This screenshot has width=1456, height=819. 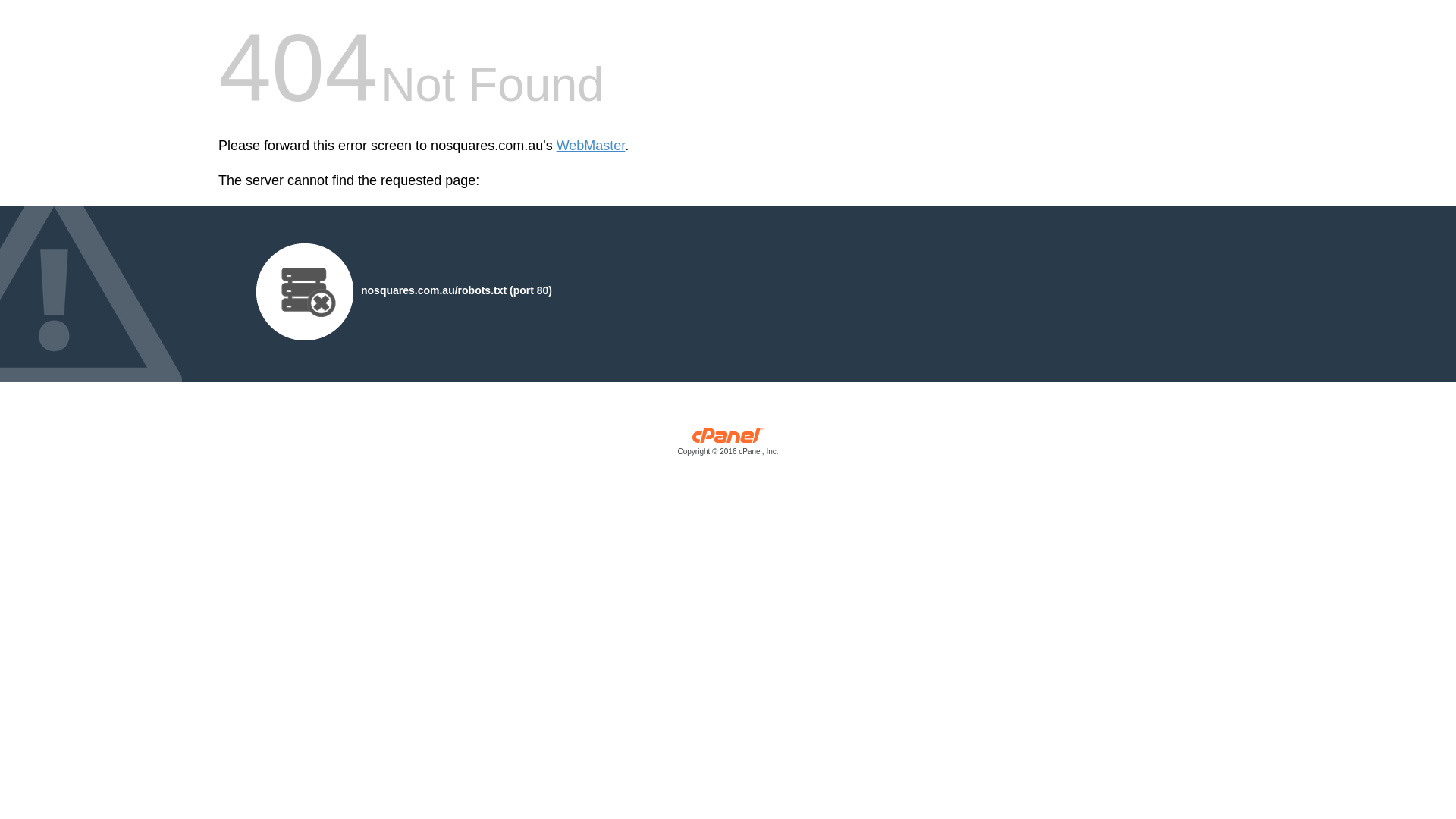 What do you see at coordinates (590, 146) in the screenshot?
I see `'WebMaster'` at bounding box center [590, 146].